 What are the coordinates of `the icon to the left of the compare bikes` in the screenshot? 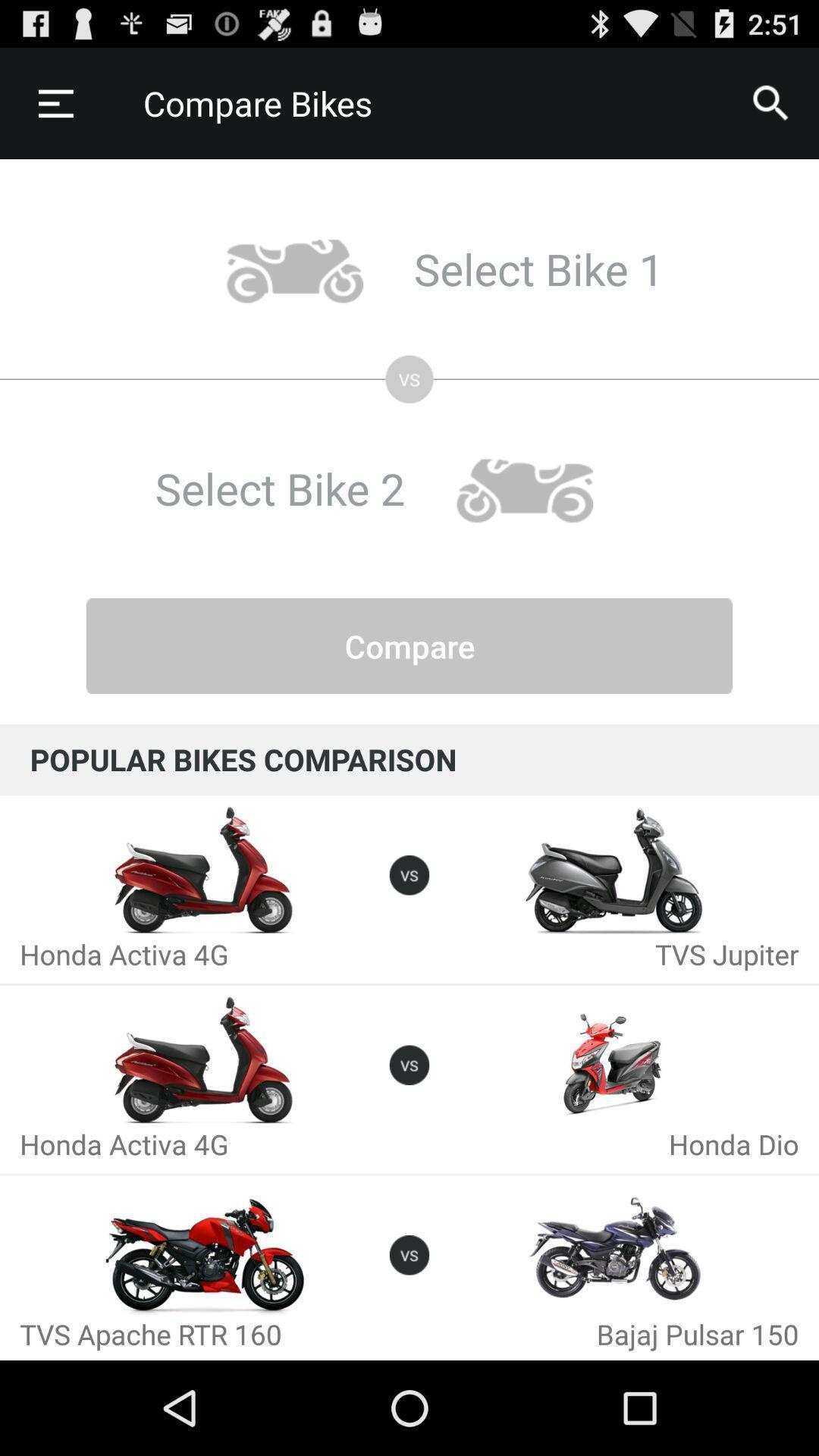 It's located at (55, 102).